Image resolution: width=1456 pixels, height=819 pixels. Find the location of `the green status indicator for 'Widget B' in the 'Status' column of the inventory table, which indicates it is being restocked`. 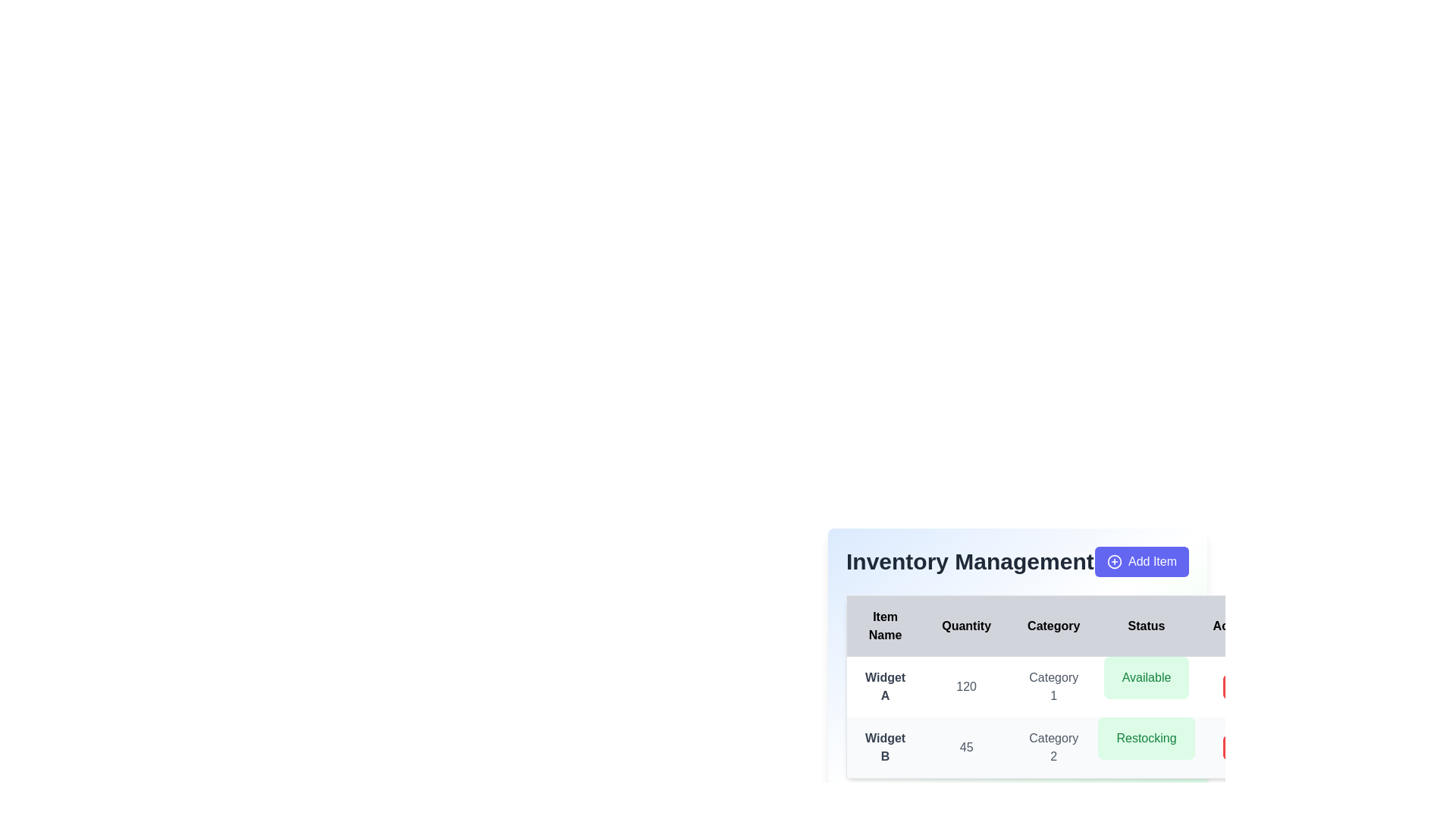

the green status indicator for 'Widget B' in the 'Status' column of the inventory table, which indicates it is being restocked is located at coordinates (1147, 738).